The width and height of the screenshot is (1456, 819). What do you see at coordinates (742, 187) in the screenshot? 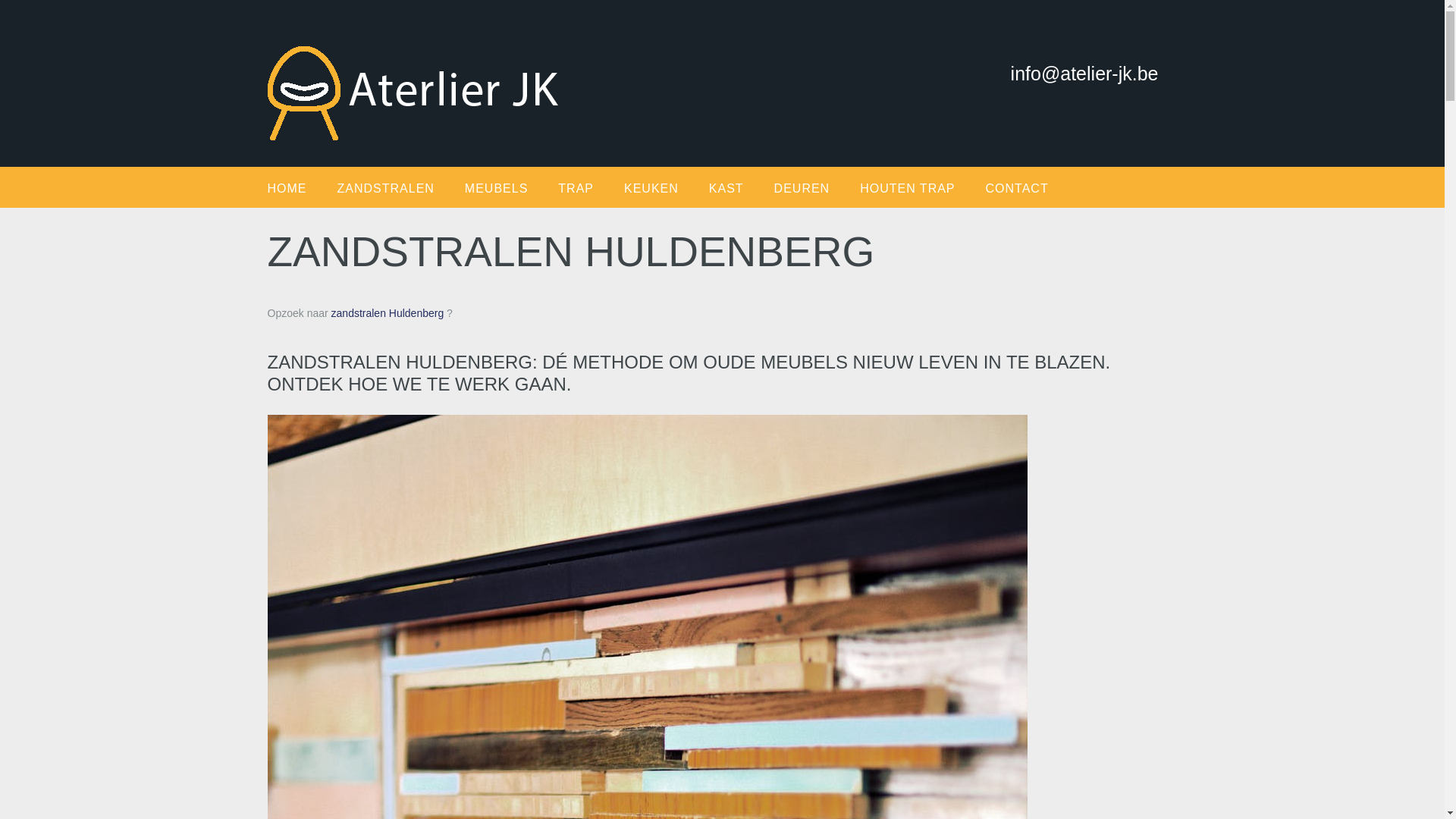
I see `'KAST'` at bounding box center [742, 187].